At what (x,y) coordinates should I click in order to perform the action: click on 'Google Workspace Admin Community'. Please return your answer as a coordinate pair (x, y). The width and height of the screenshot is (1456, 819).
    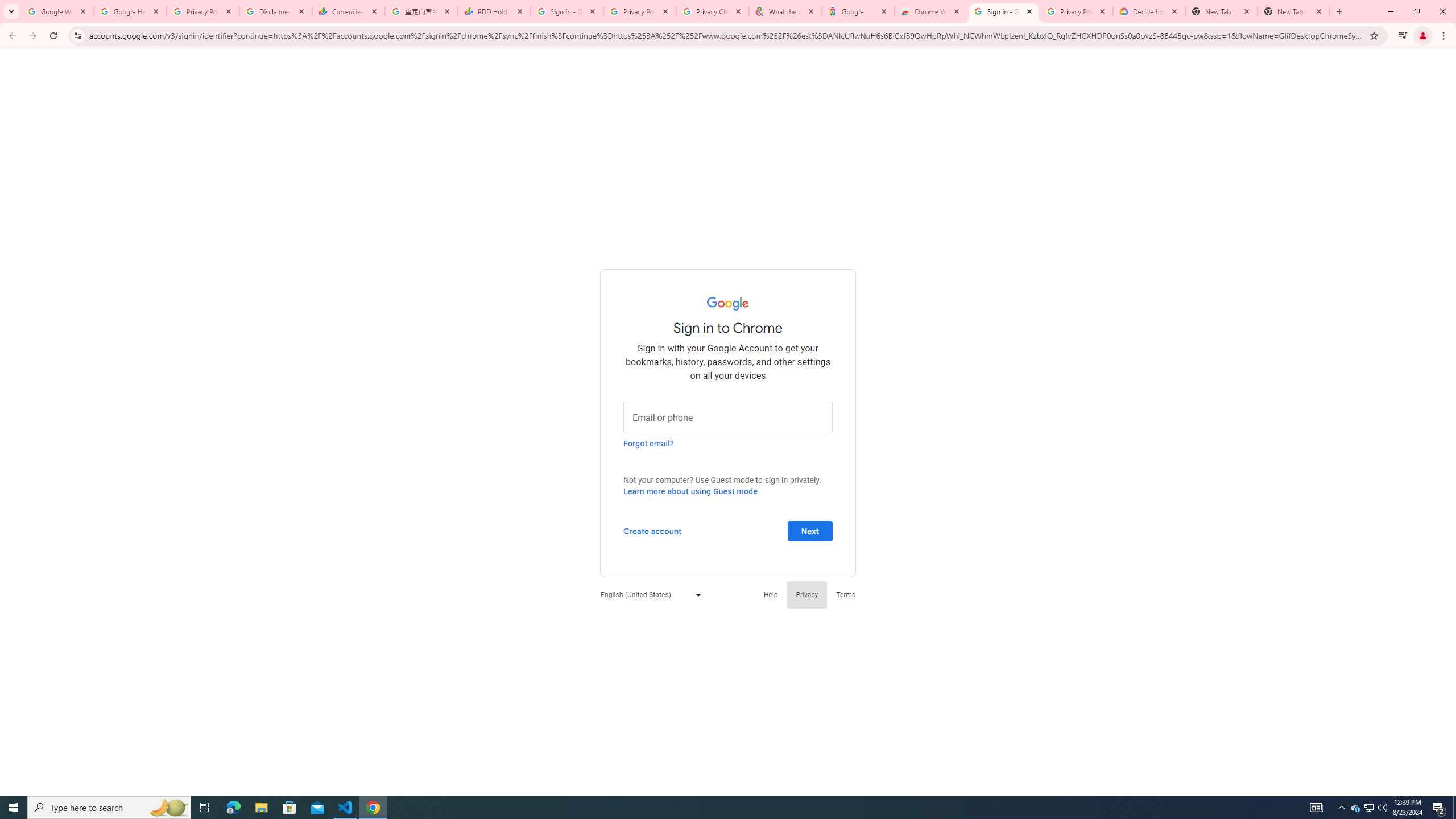
    Looking at the image, I should click on (57, 11).